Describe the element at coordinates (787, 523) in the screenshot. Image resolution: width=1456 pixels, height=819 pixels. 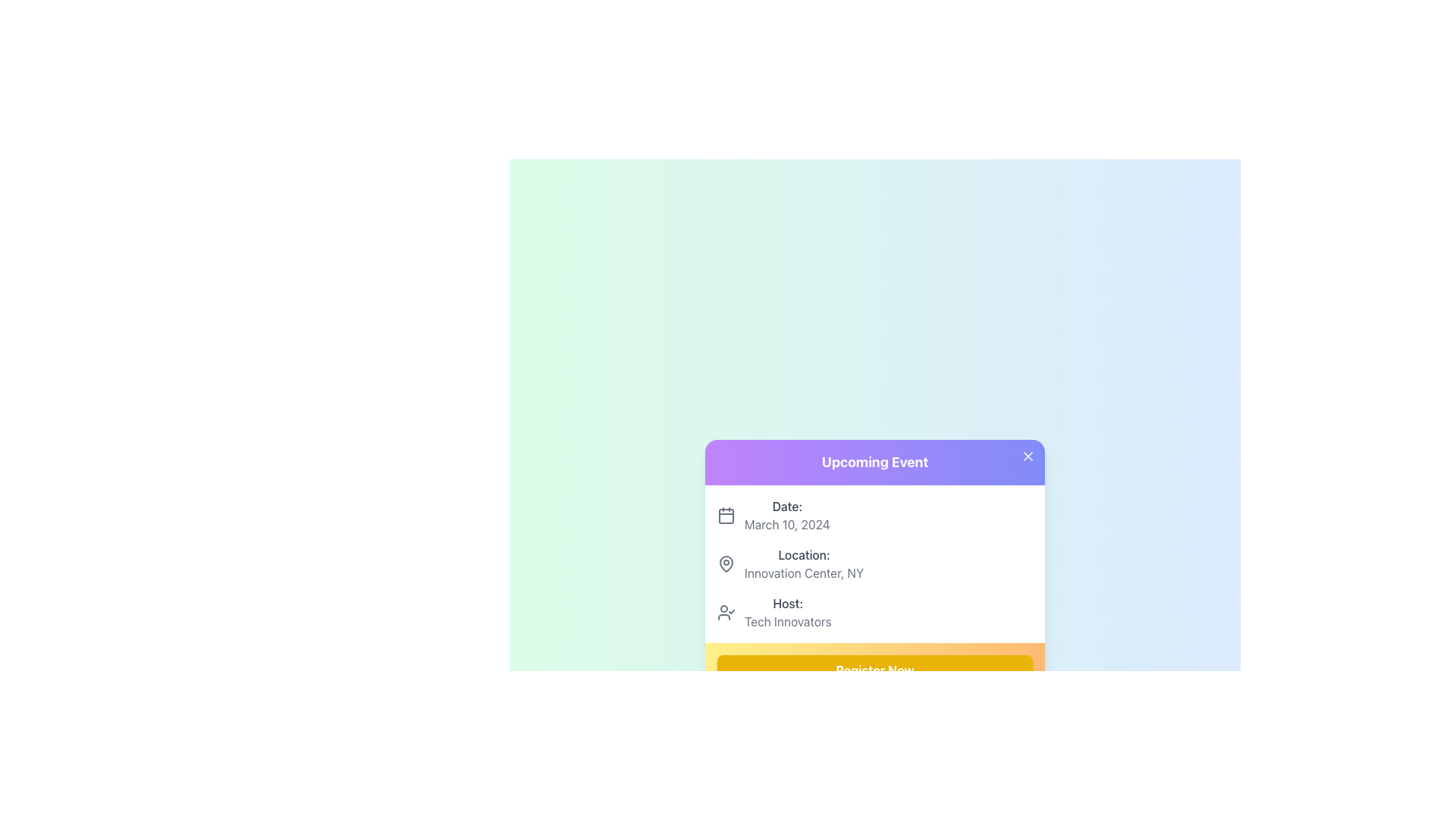
I see `text element displaying 'March 10, 2024' in gray font color, located next to the label 'Date:' in the event details card` at that location.